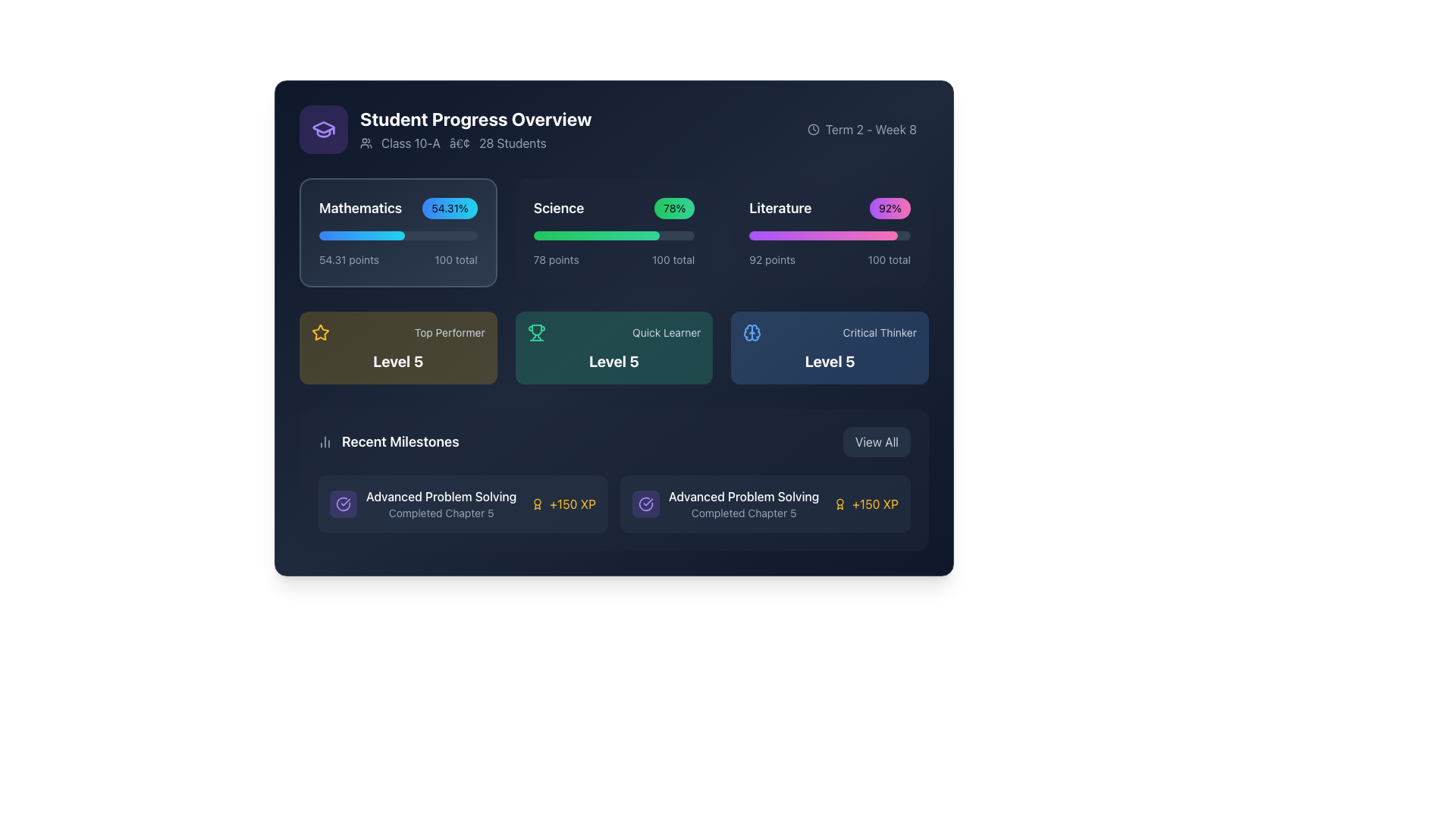 Image resolution: width=1456 pixels, height=819 pixels. I want to click on and interpret the symbolic meaning of the icon located in the heading section, adjacent to the text 'Class 10-A', so click(366, 143).